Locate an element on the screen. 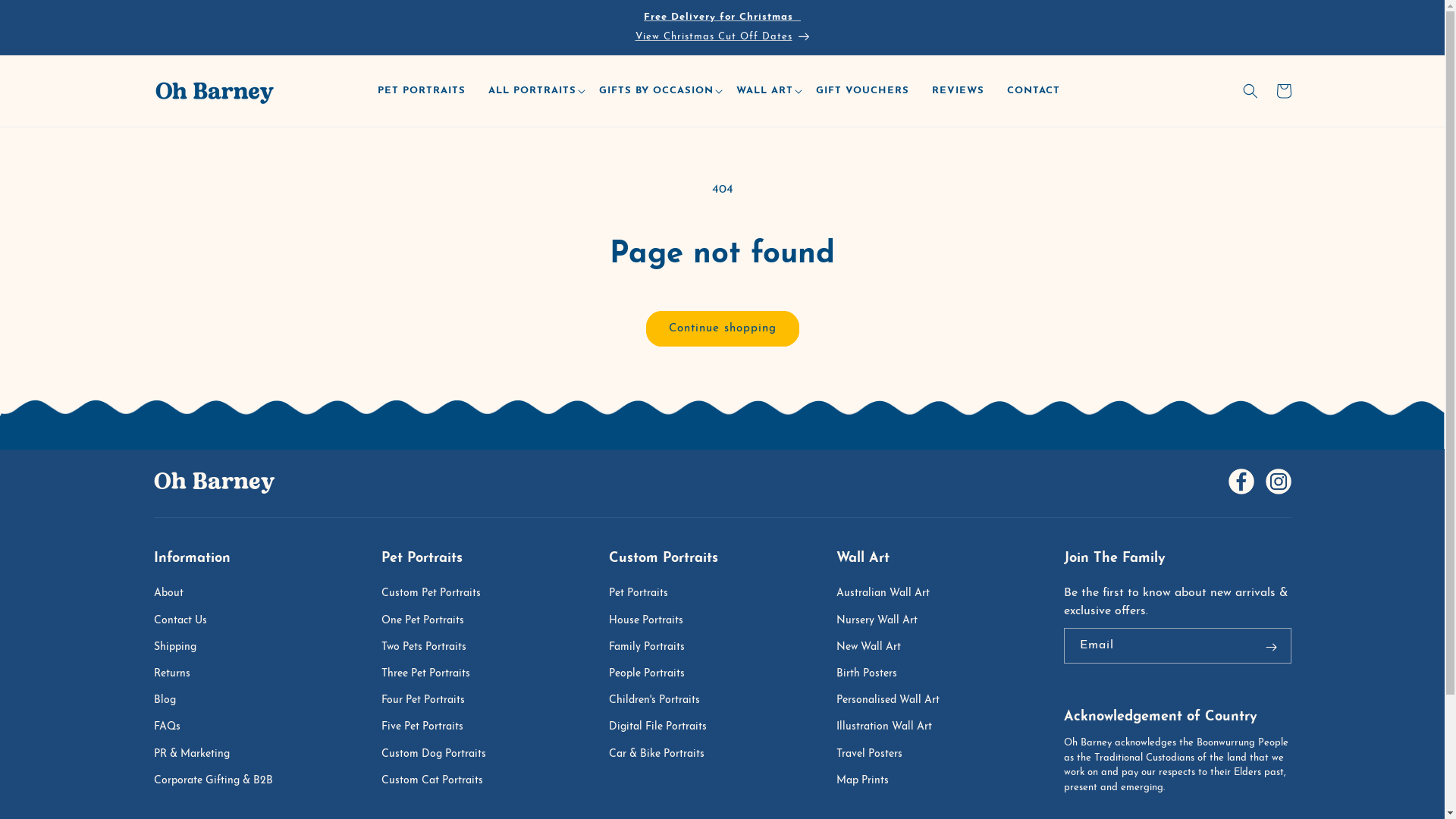  'Car & Bike Portraits' is located at coordinates (663, 754).